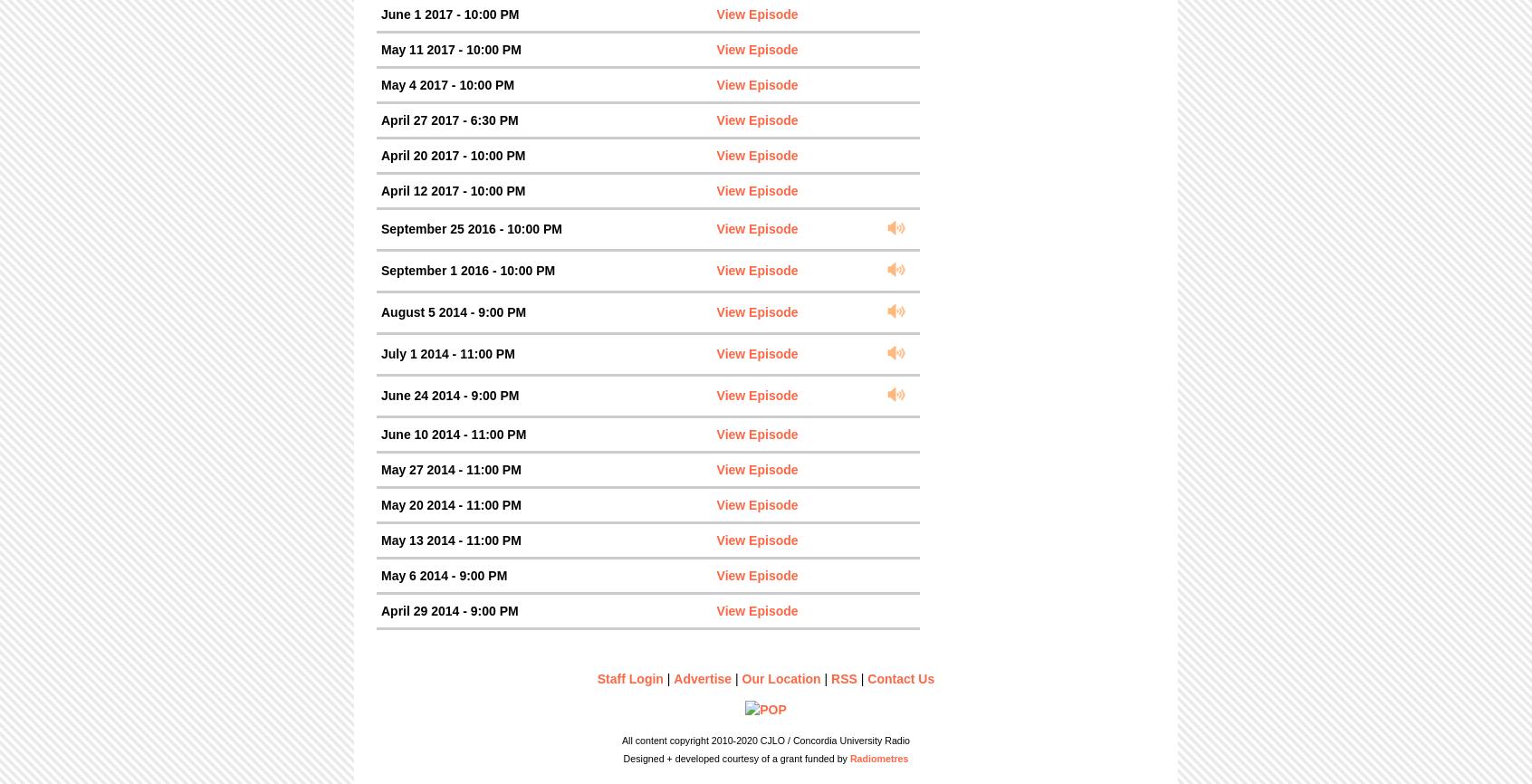  I want to click on 'July 1 2014 - 11:00 PM', so click(447, 352).